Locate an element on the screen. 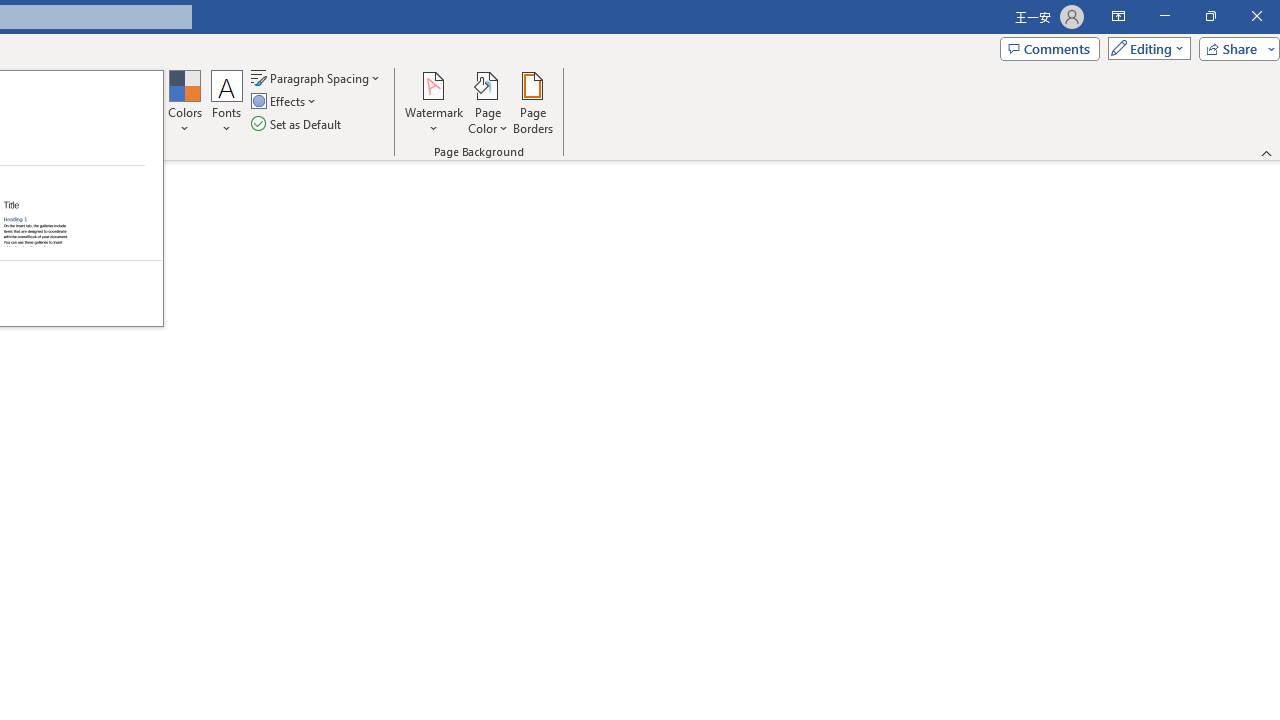 This screenshot has height=720, width=1280. 'Watermark' is located at coordinates (433, 103).